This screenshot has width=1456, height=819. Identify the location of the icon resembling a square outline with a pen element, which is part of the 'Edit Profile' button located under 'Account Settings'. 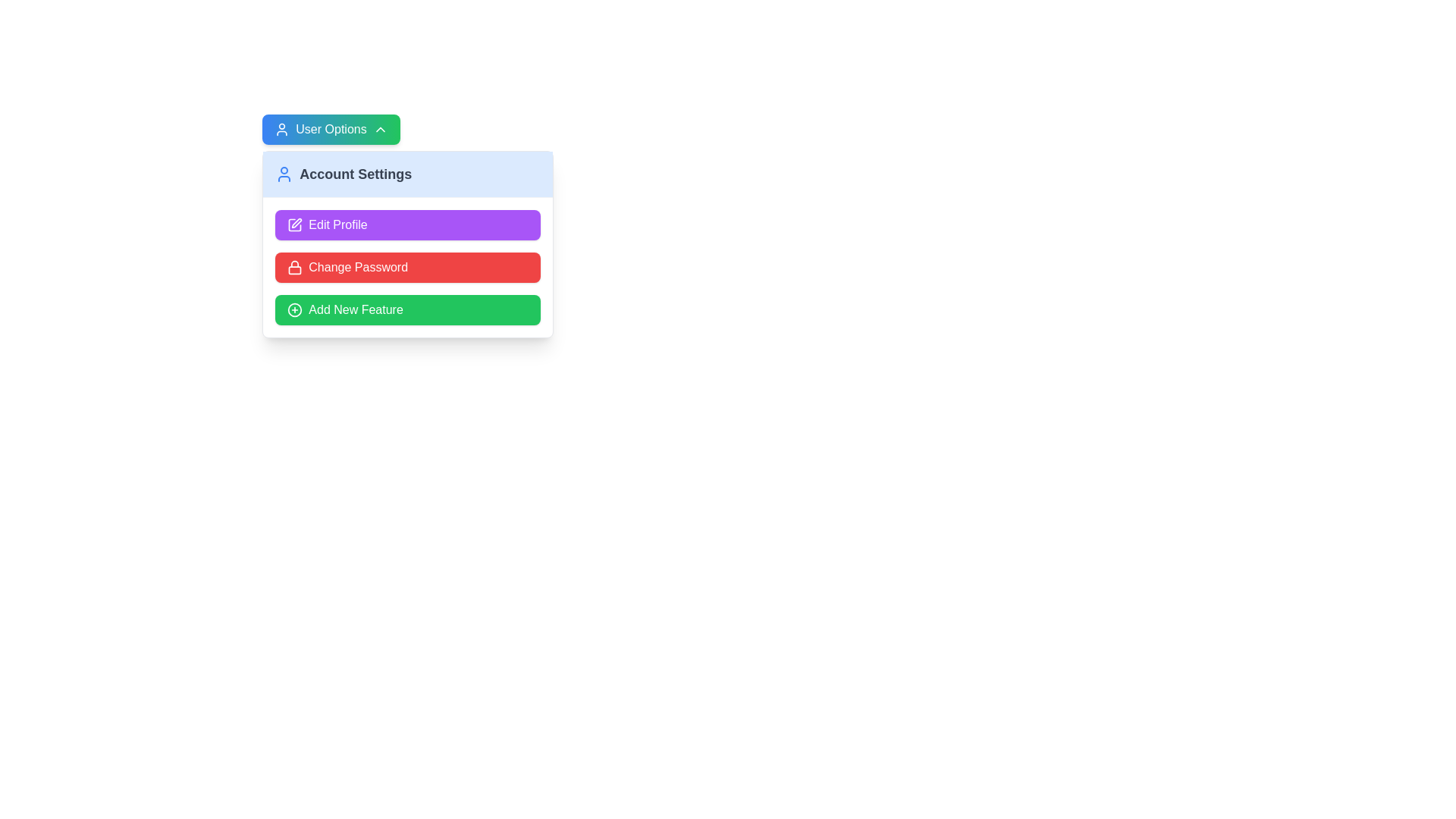
(295, 225).